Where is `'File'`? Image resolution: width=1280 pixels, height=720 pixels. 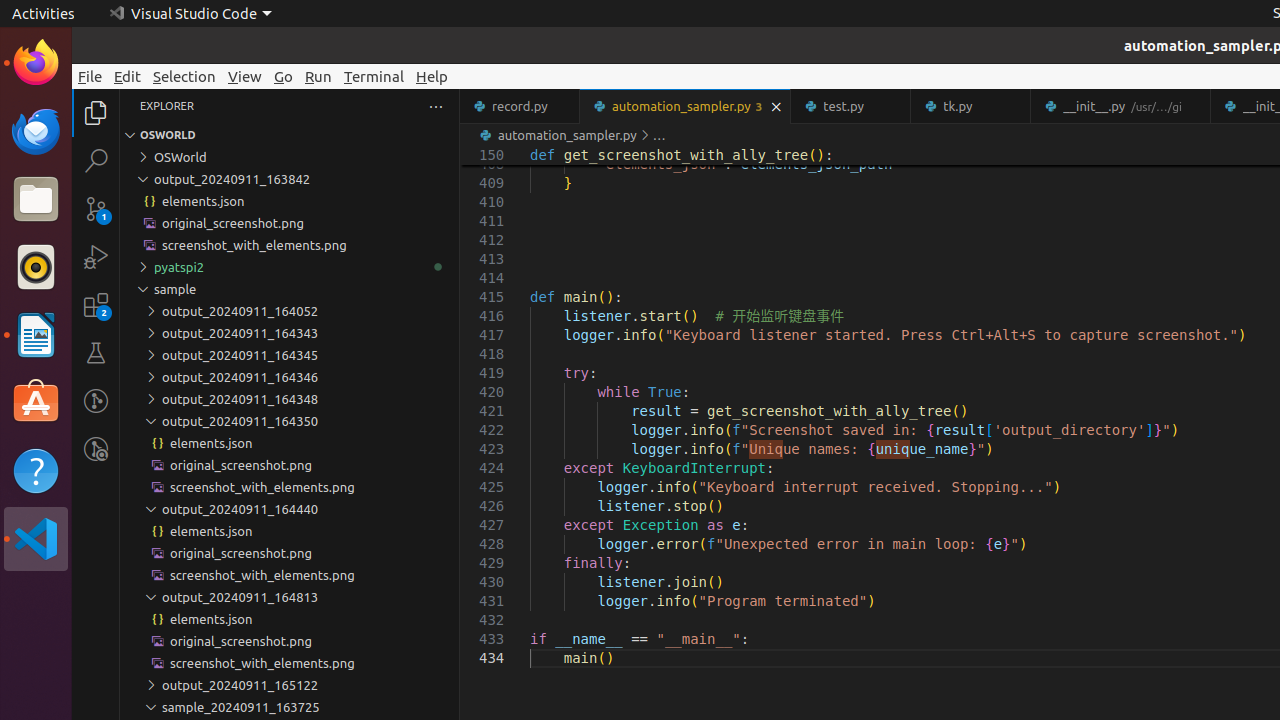
'File' is located at coordinates (88, 75).